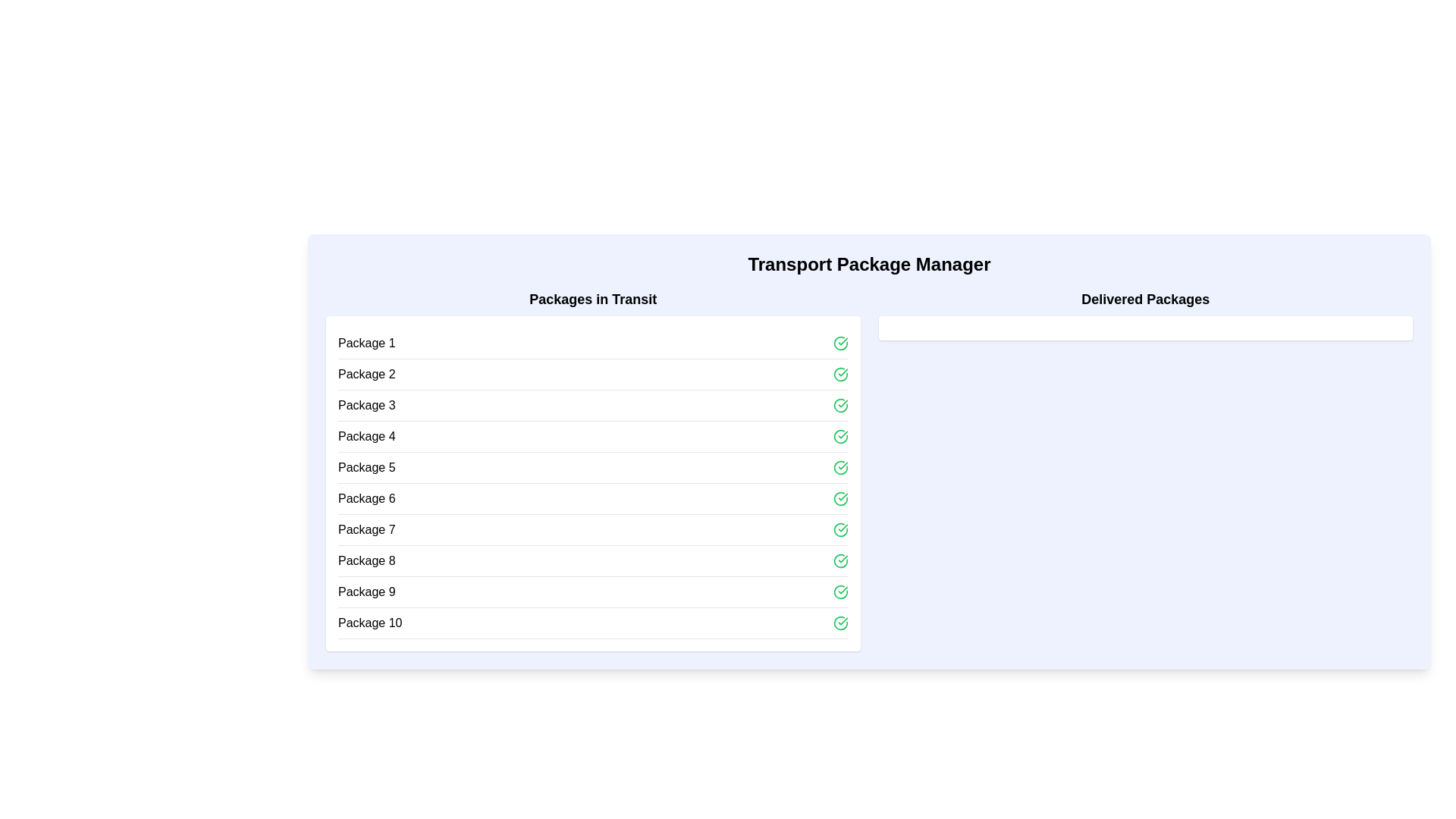  What do you see at coordinates (366, 561) in the screenshot?
I see `the text label displaying 'Package 8' in black font` at bounding box center [366, 561].